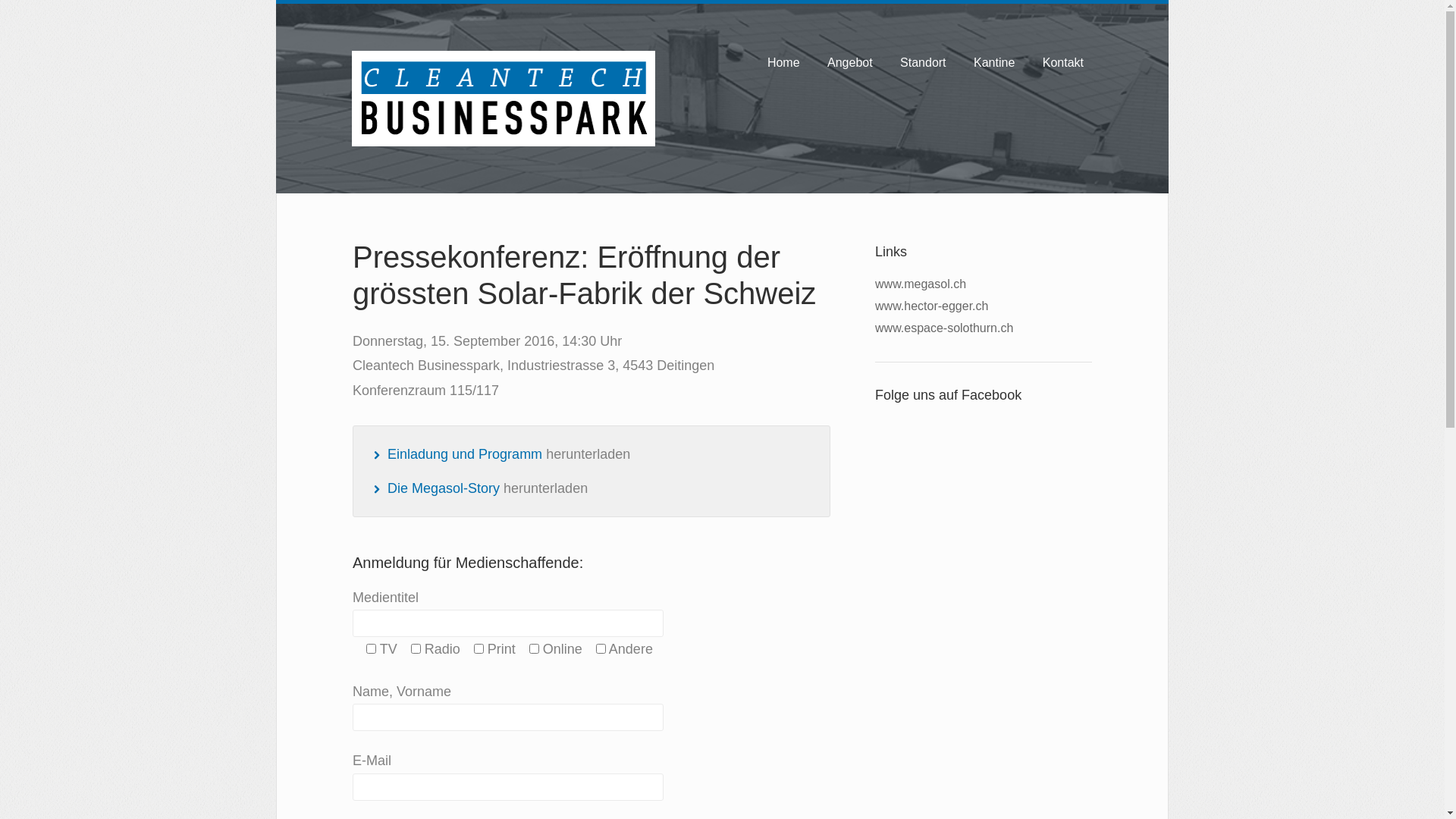 This screenshot has height=819, width=1456. I want to click on 'Home', so click(783, 62).